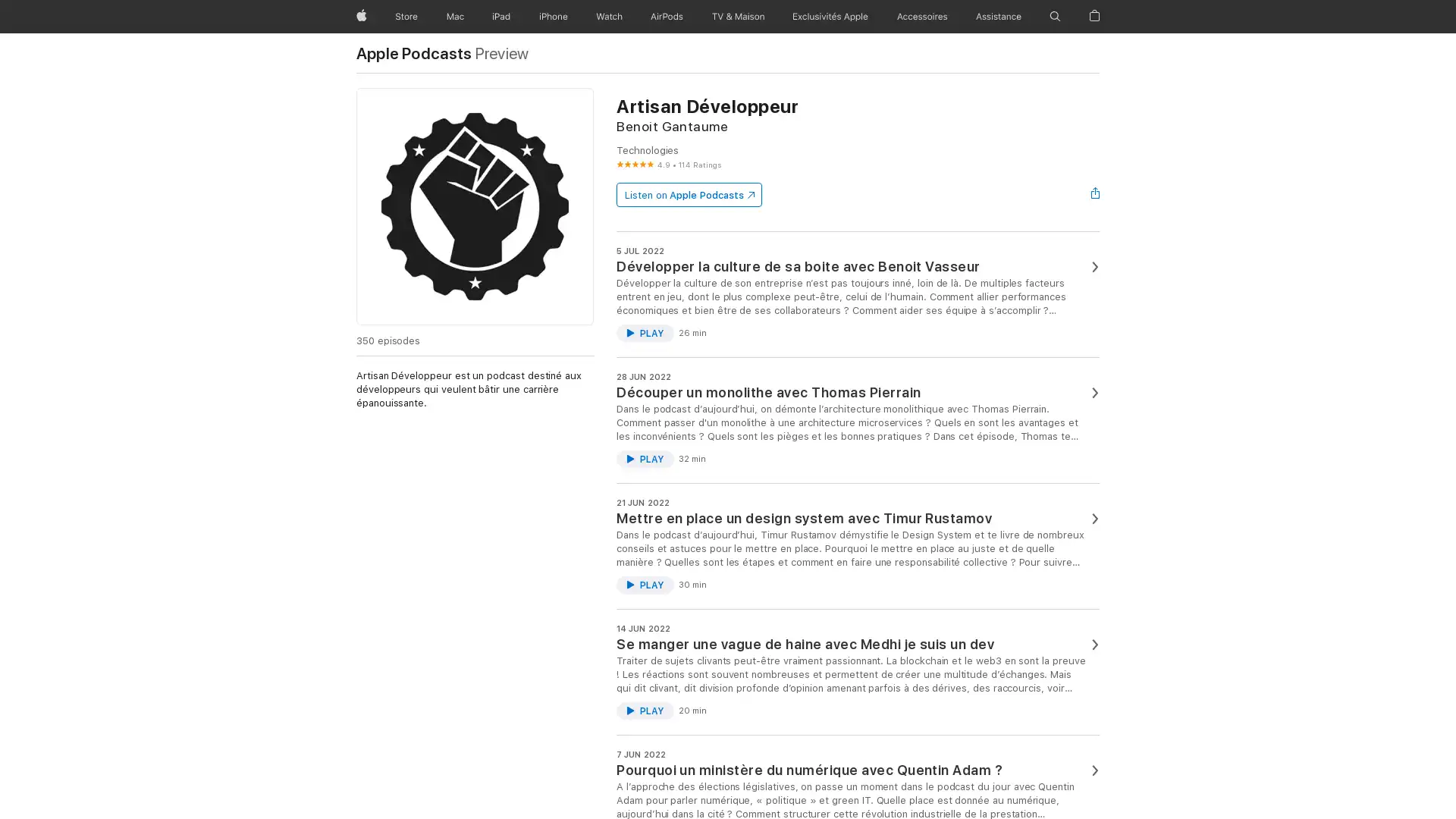  What do you see at coordinates (645, 458) in the screenshot?
I see `Play Decouper un monolithe avec Thomas Pierrain by @@podcastArtist@@` at bounding box center [645, 458].